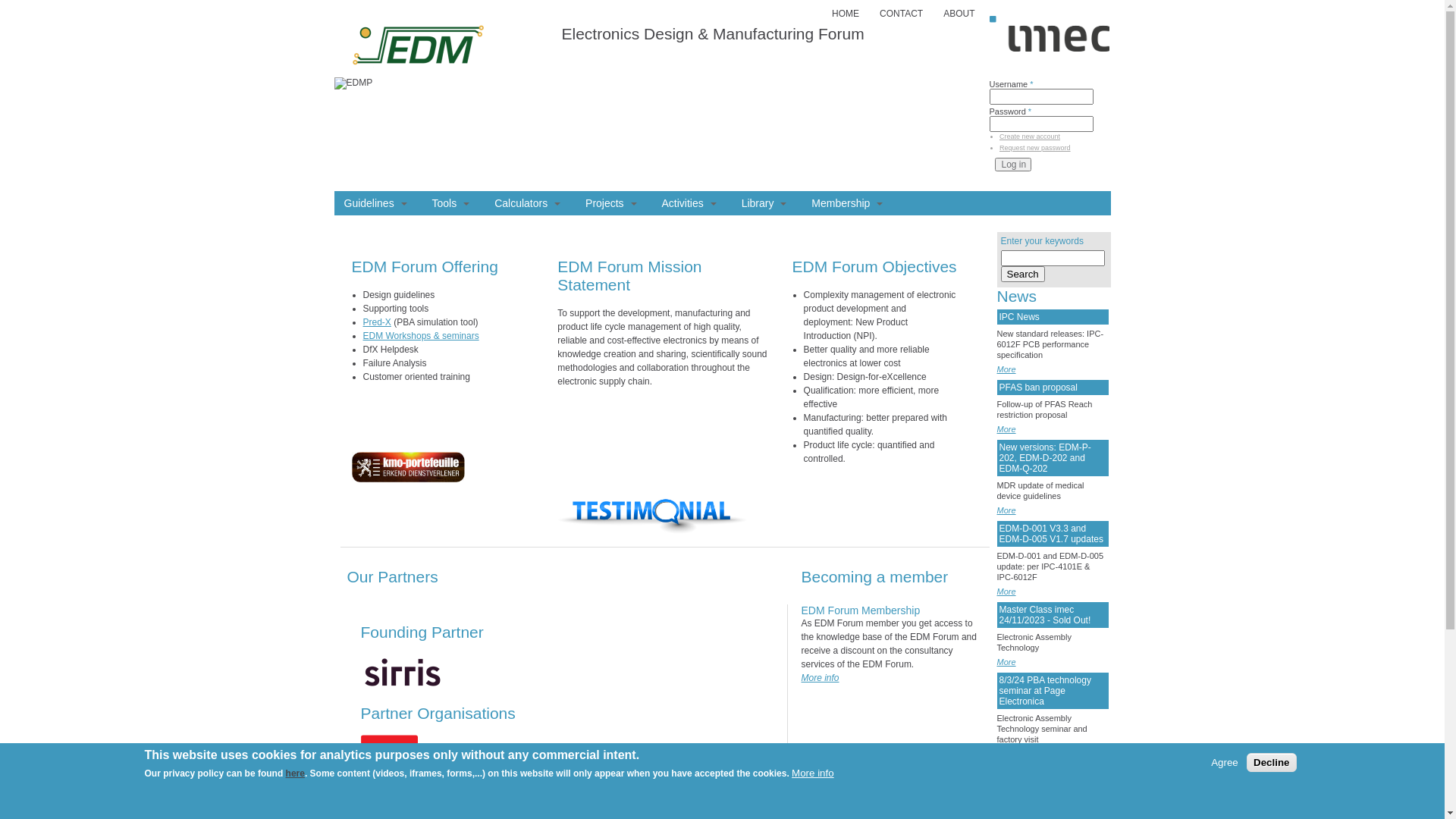 This screenshot has width=1456, height=819. I want to click on 'Enter the terms you wish to search for.', so click(1052, 257).